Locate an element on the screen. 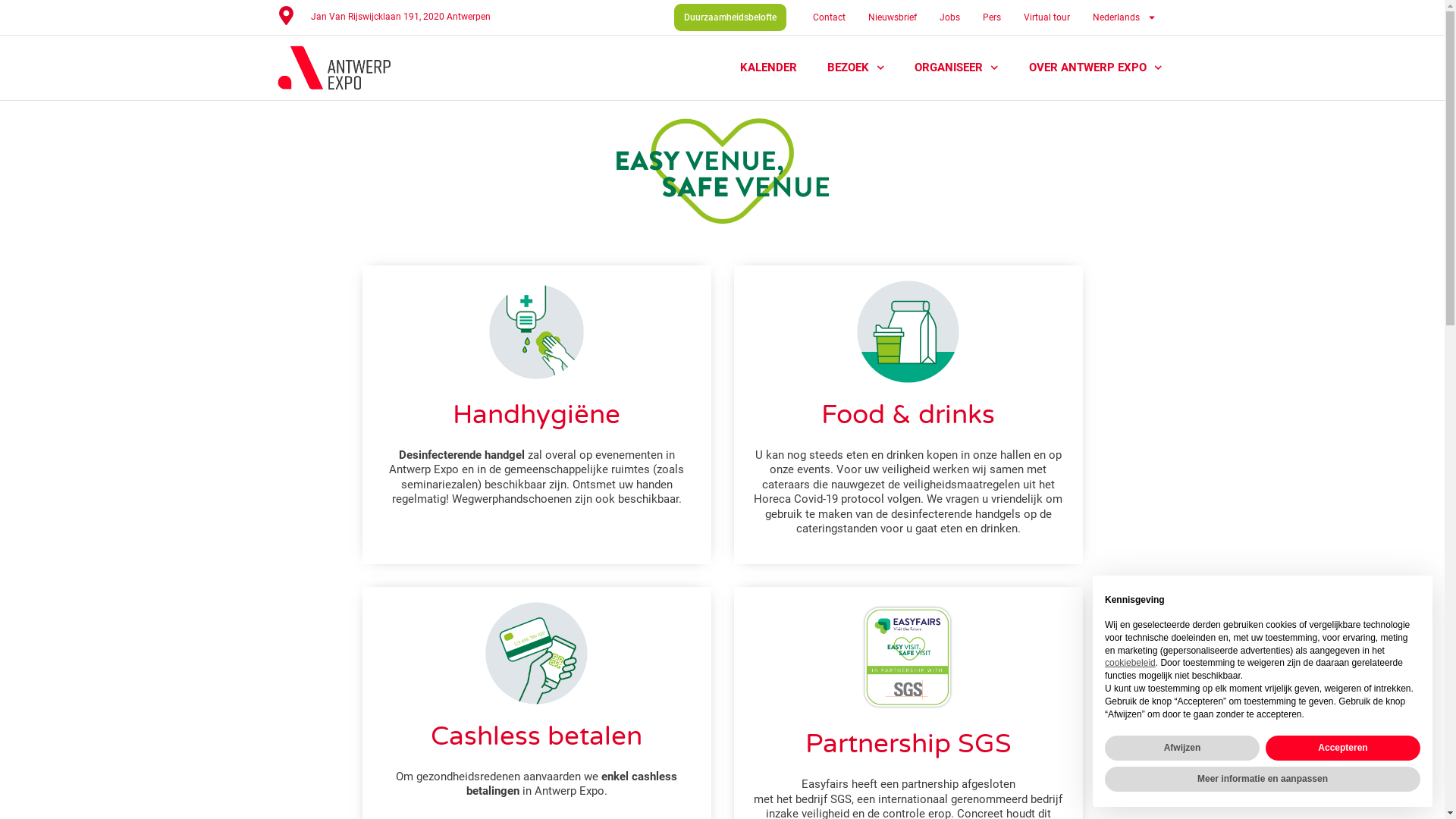  'Duurzaamheidsbelofte' is located at coordinates (730, 17).